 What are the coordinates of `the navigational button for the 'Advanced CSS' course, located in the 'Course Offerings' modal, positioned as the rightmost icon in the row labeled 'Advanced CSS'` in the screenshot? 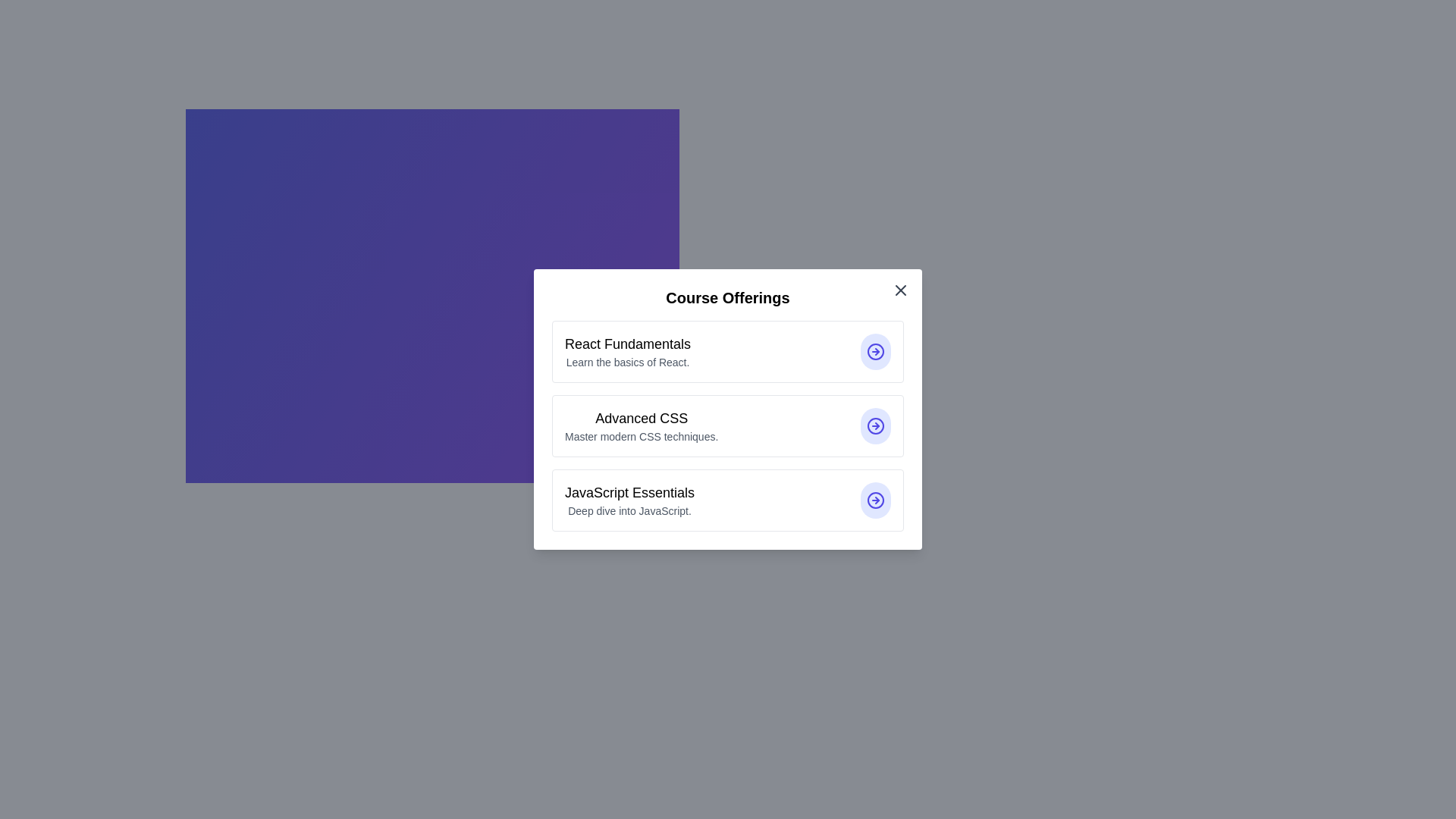 It's located at (876, 426).